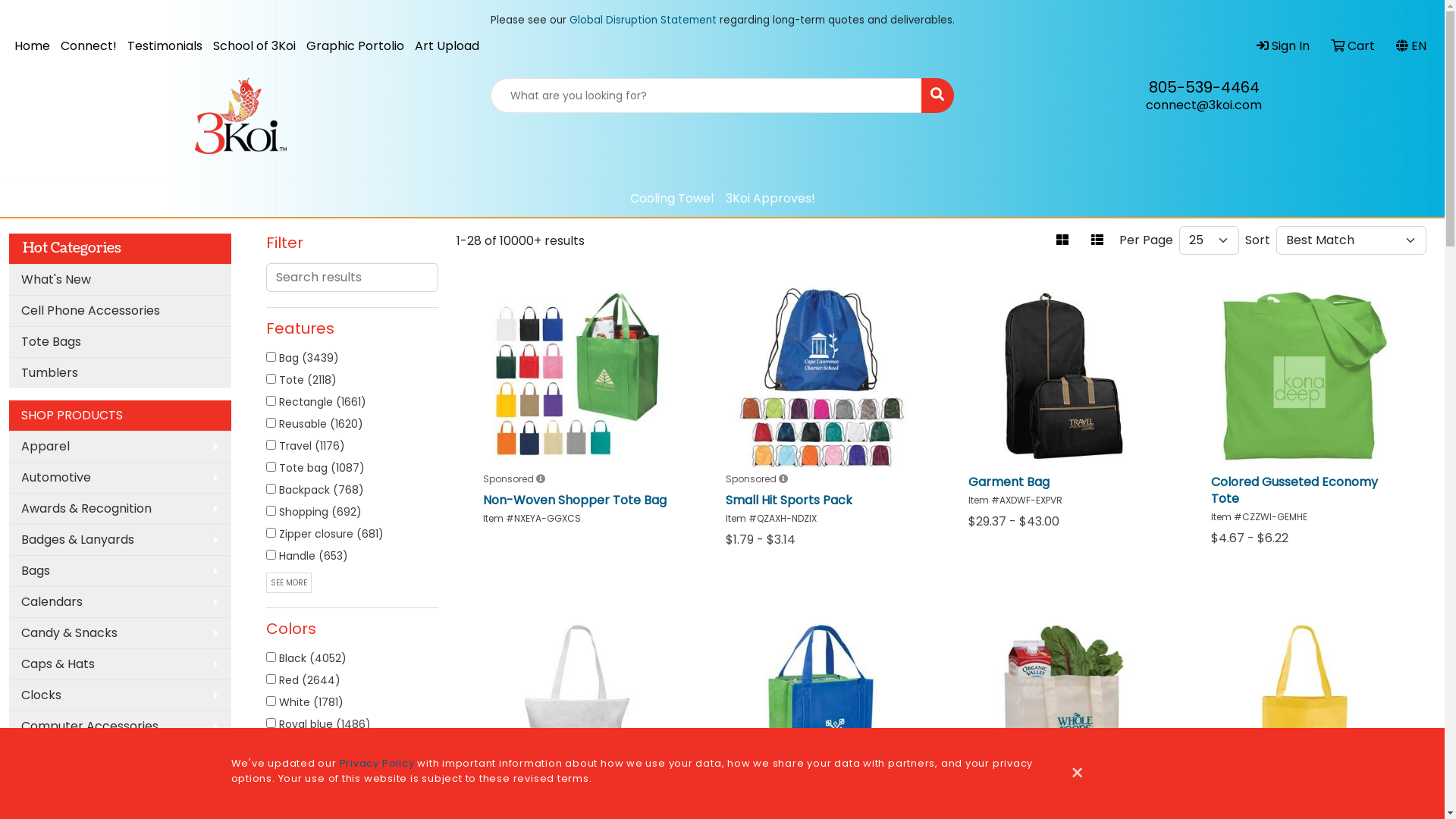 This screenshot has height=819, width=1456. Describe the element at coordinates (119, 445) in the screenshot. I see `'Apparel'` at that location.